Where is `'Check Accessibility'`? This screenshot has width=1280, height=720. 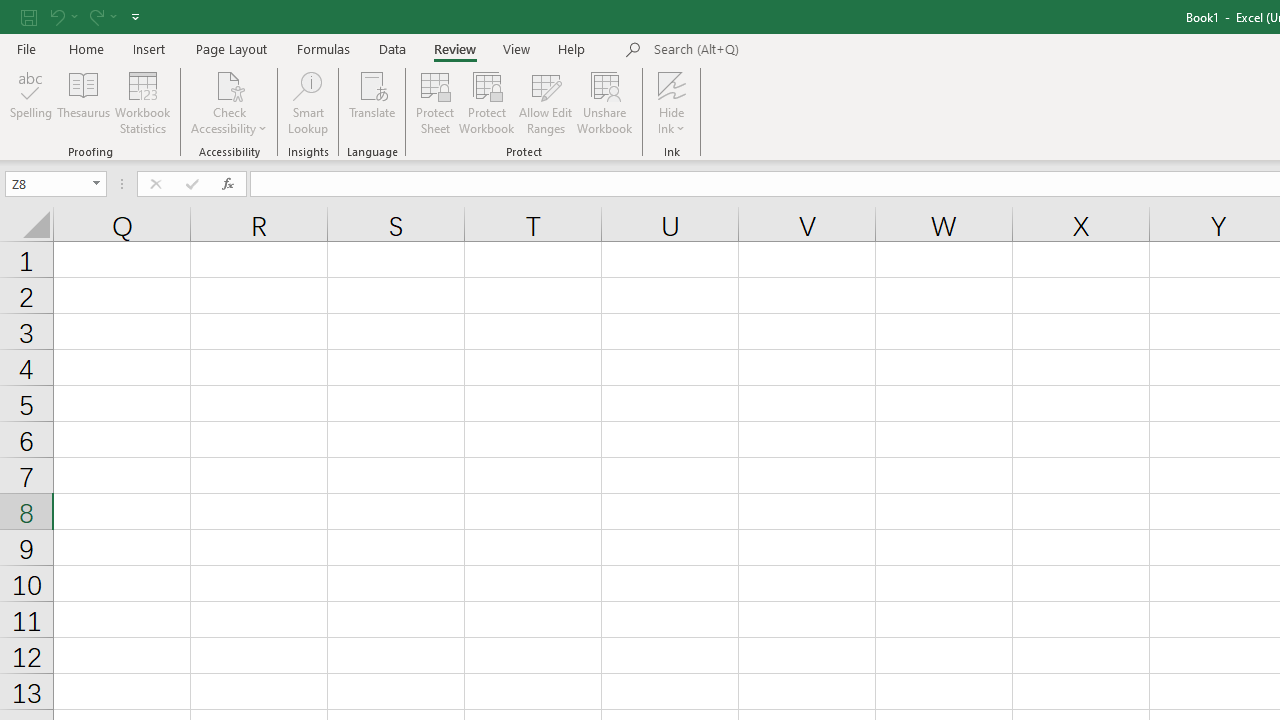 'Check Accessibility' is located at coordinates (229, 103).